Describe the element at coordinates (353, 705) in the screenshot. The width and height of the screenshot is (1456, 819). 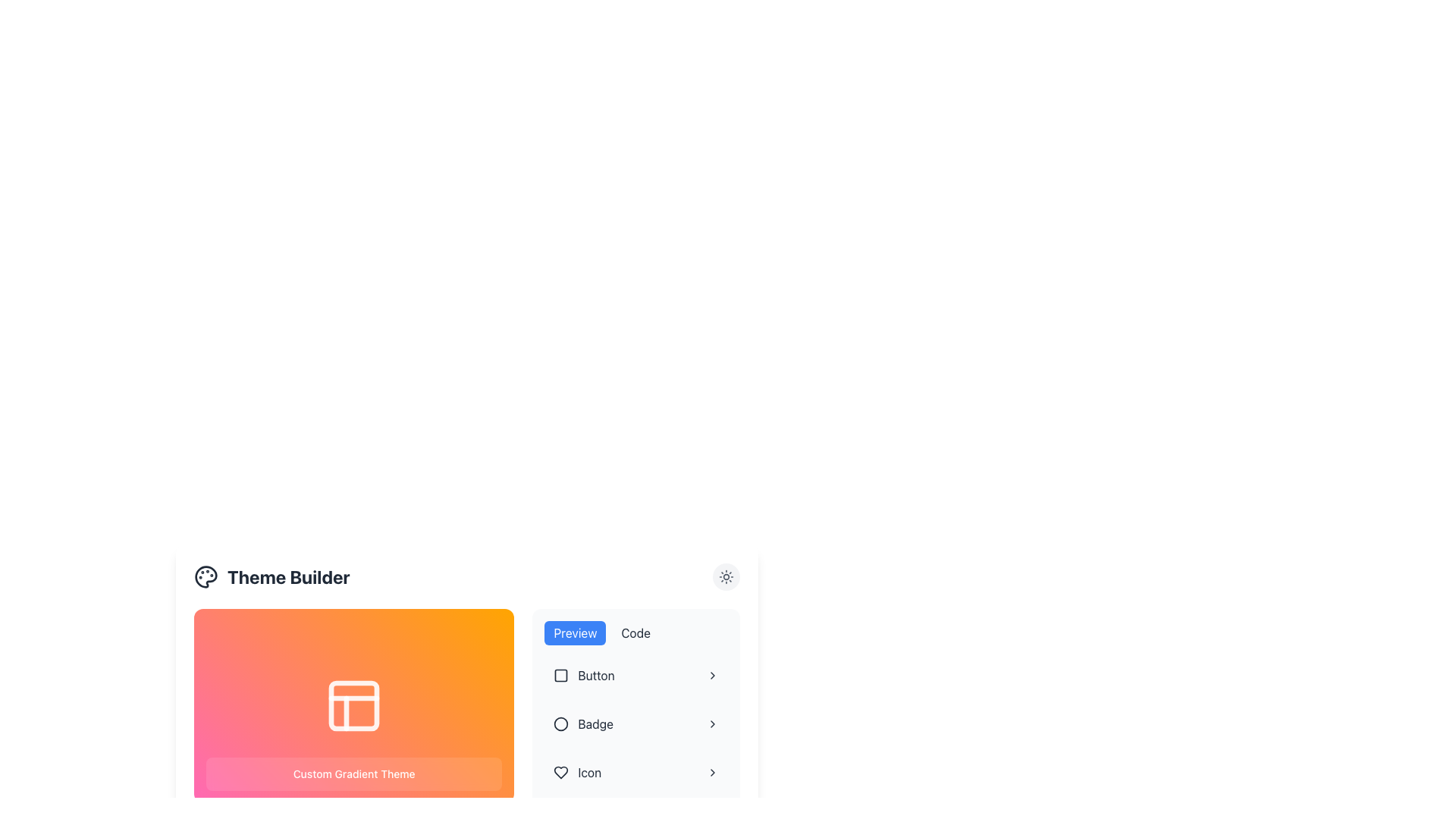
I see `the customizable gradient theme panel located at the top-left section of the 'Theme Builder' interface` at that location.